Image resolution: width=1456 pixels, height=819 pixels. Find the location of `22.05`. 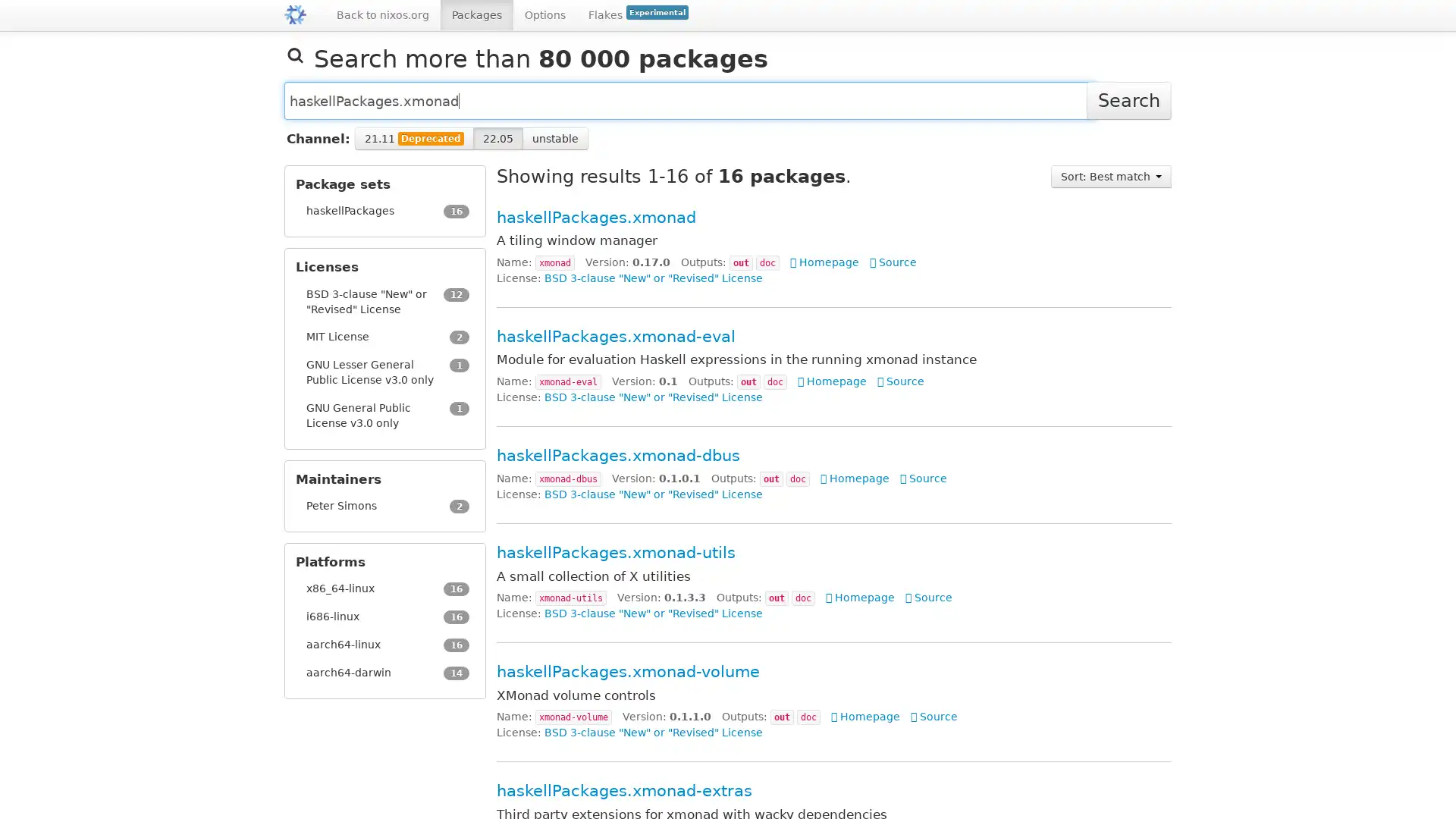

22.05 is located at coordinates (498, 138).